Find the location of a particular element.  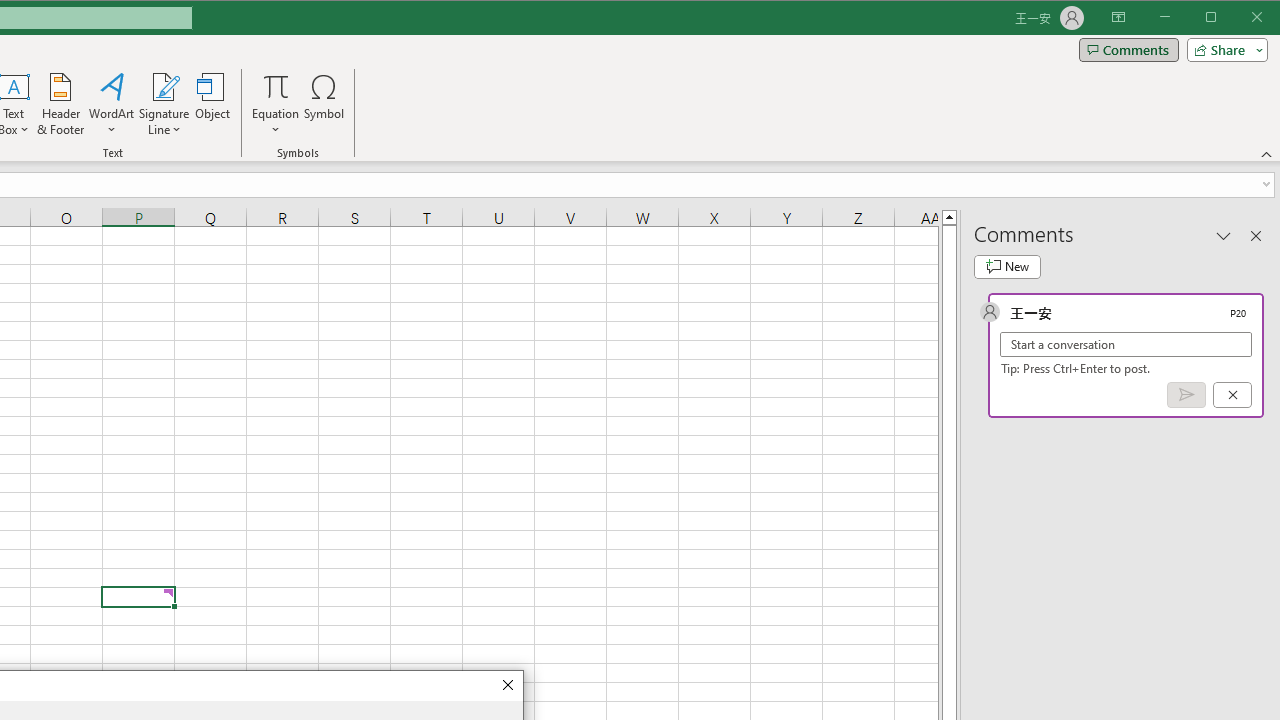

'New comment' is located at coordinates (1007, 266).